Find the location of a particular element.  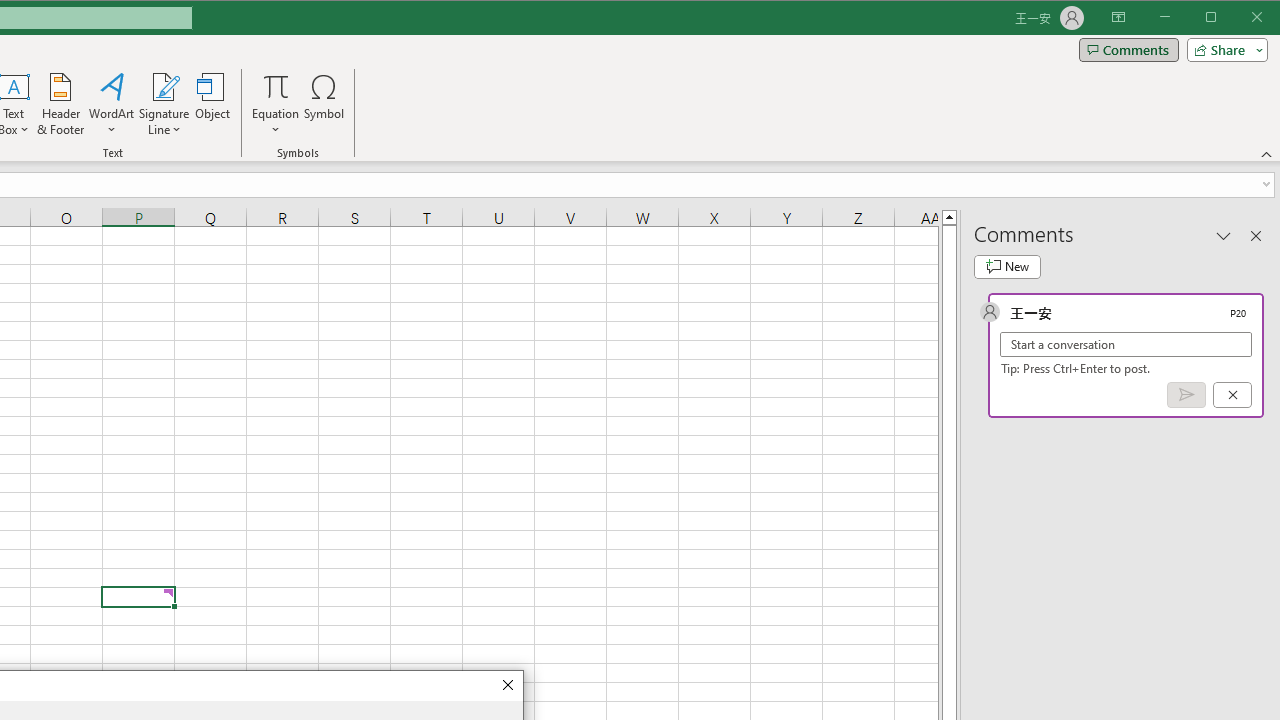

'New comment' is located at coordinates (1007, 266).